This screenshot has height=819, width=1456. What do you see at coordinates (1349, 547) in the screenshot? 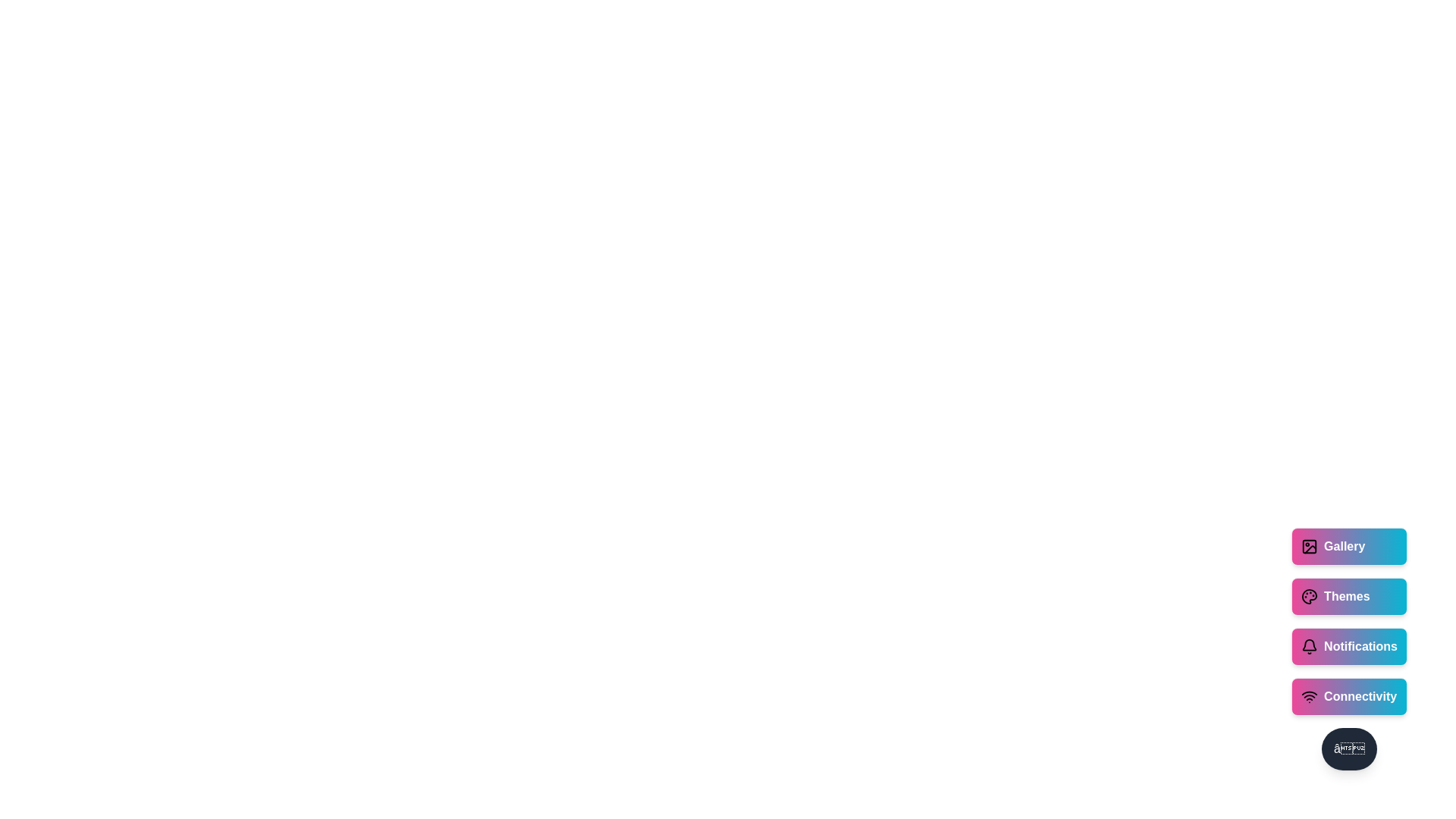
I see `the 'Gallery' button, which is a rectangular button with a gradient background from pink to cyan, containing a black outline icon of an image with a mountain and sun, and the label 'Gallery' in bold white font` at bounding box center [1349, 547].